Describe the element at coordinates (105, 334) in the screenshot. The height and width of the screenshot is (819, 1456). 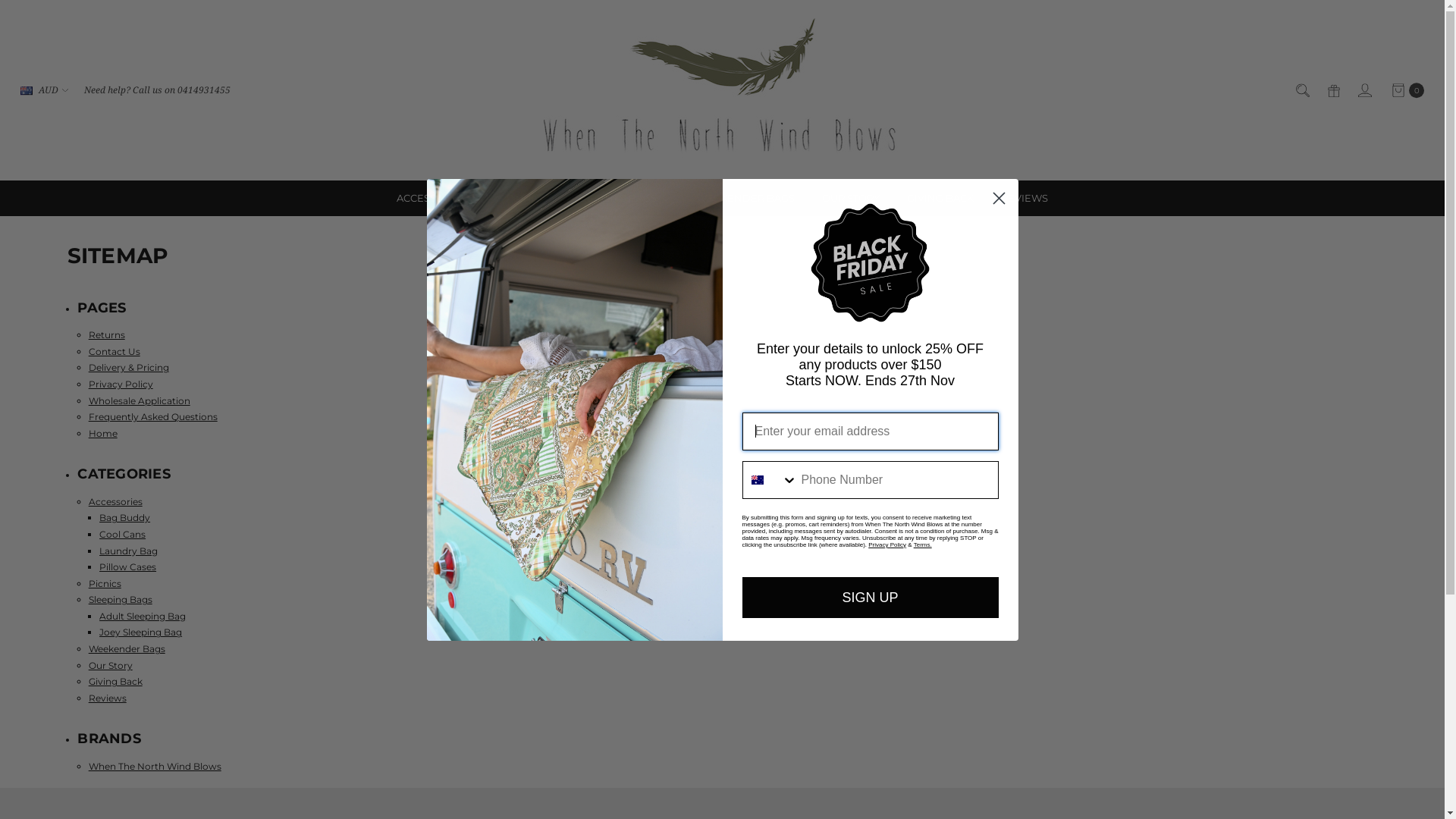
I see `'Returns'` at that location.